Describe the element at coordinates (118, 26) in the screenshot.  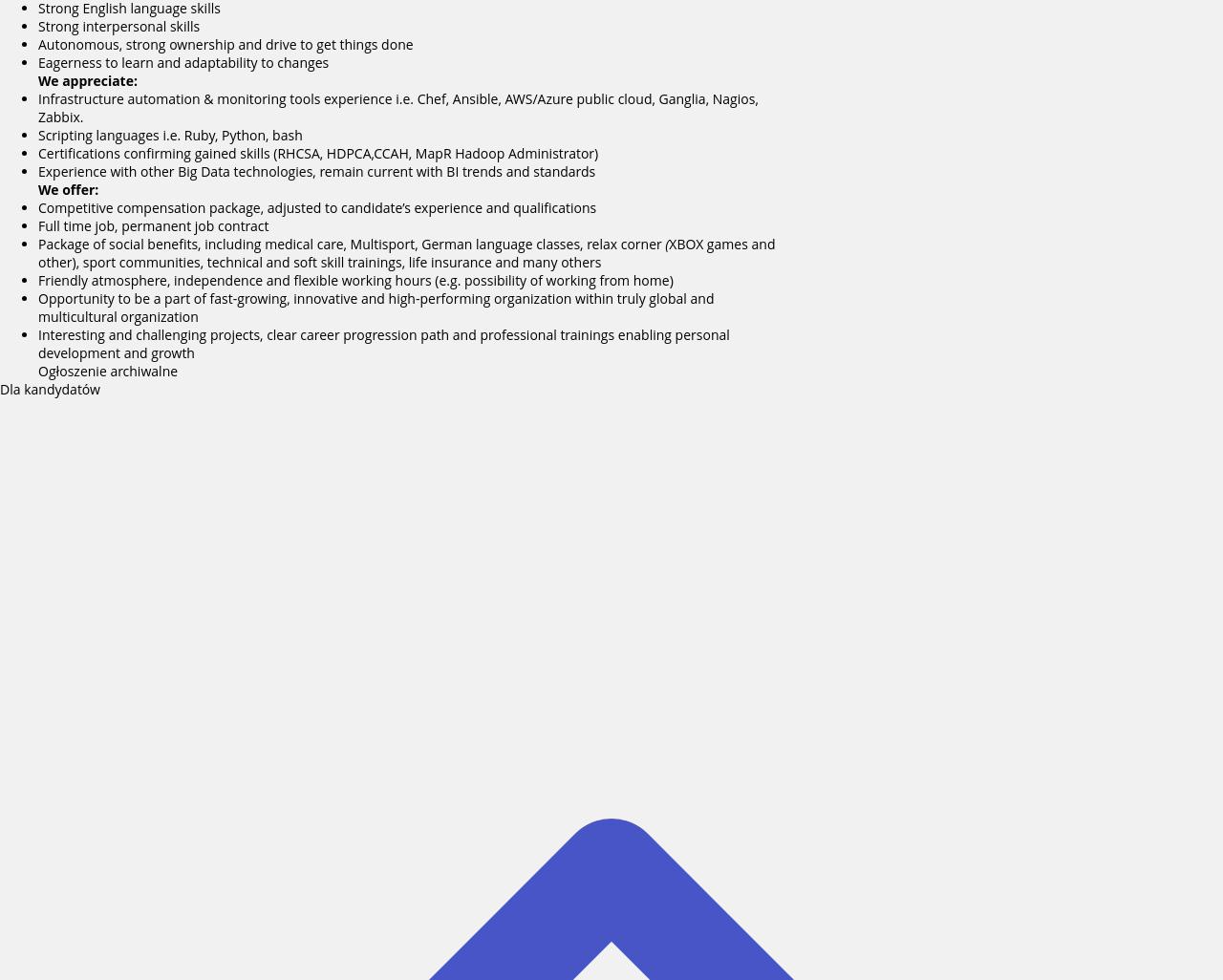
I see `'Strong interpersonal skills'` at that location.